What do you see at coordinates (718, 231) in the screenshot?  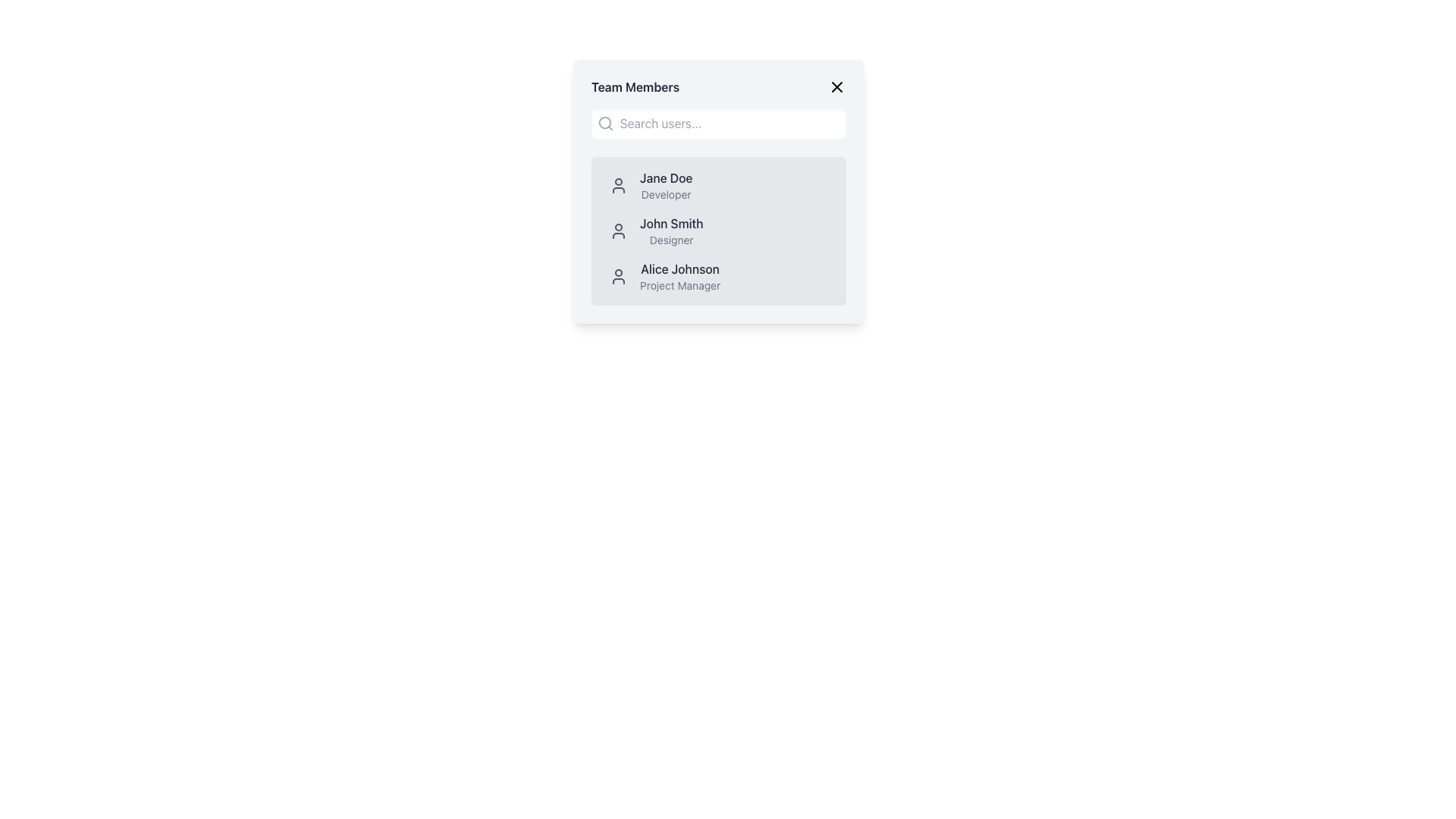 I see `the List item group displaying user information for team members, located below the search bar in the 'Team Members' section` at bounding box center [718, 231].